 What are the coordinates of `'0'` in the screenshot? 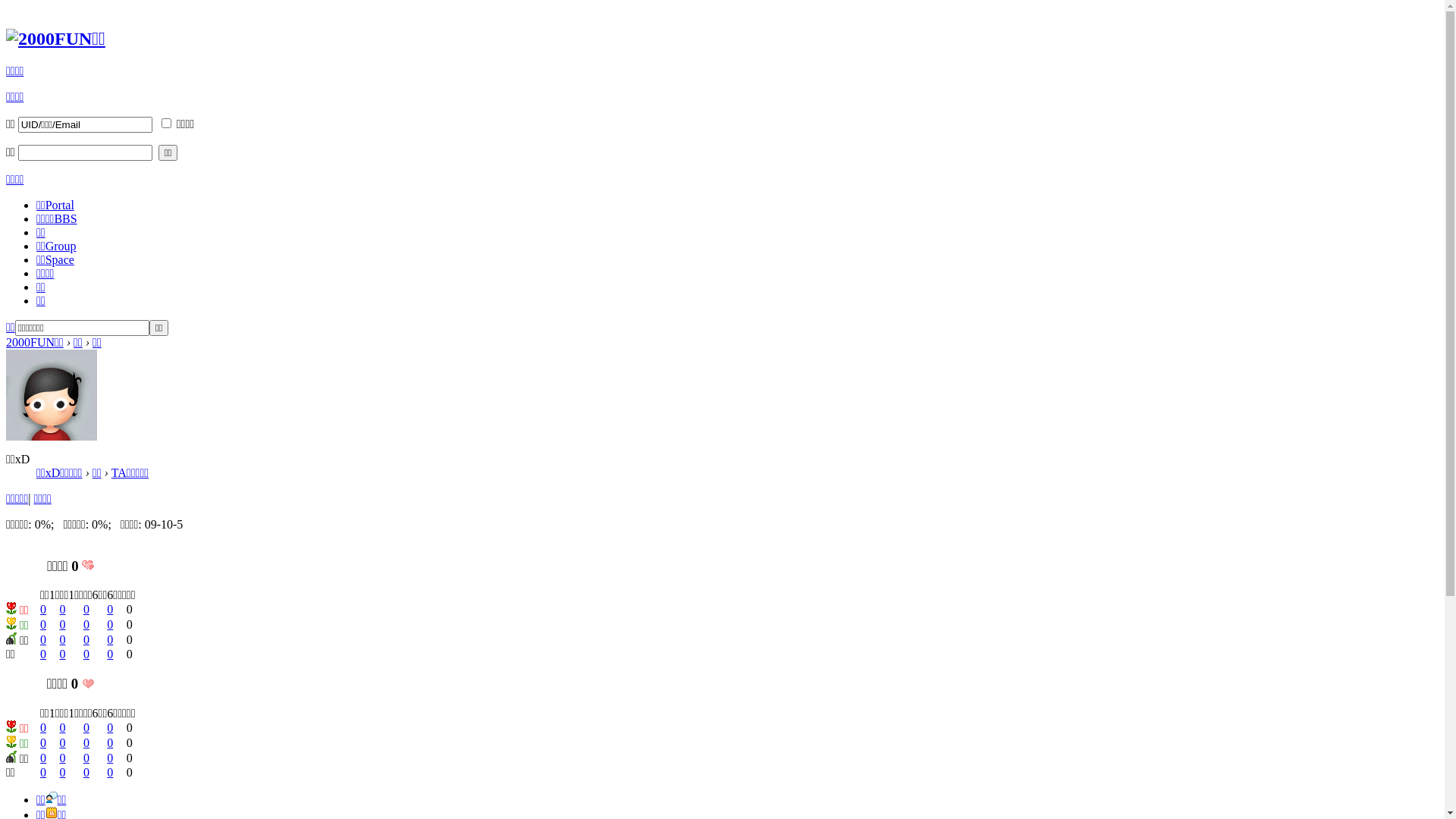 It's located at (43, 624).